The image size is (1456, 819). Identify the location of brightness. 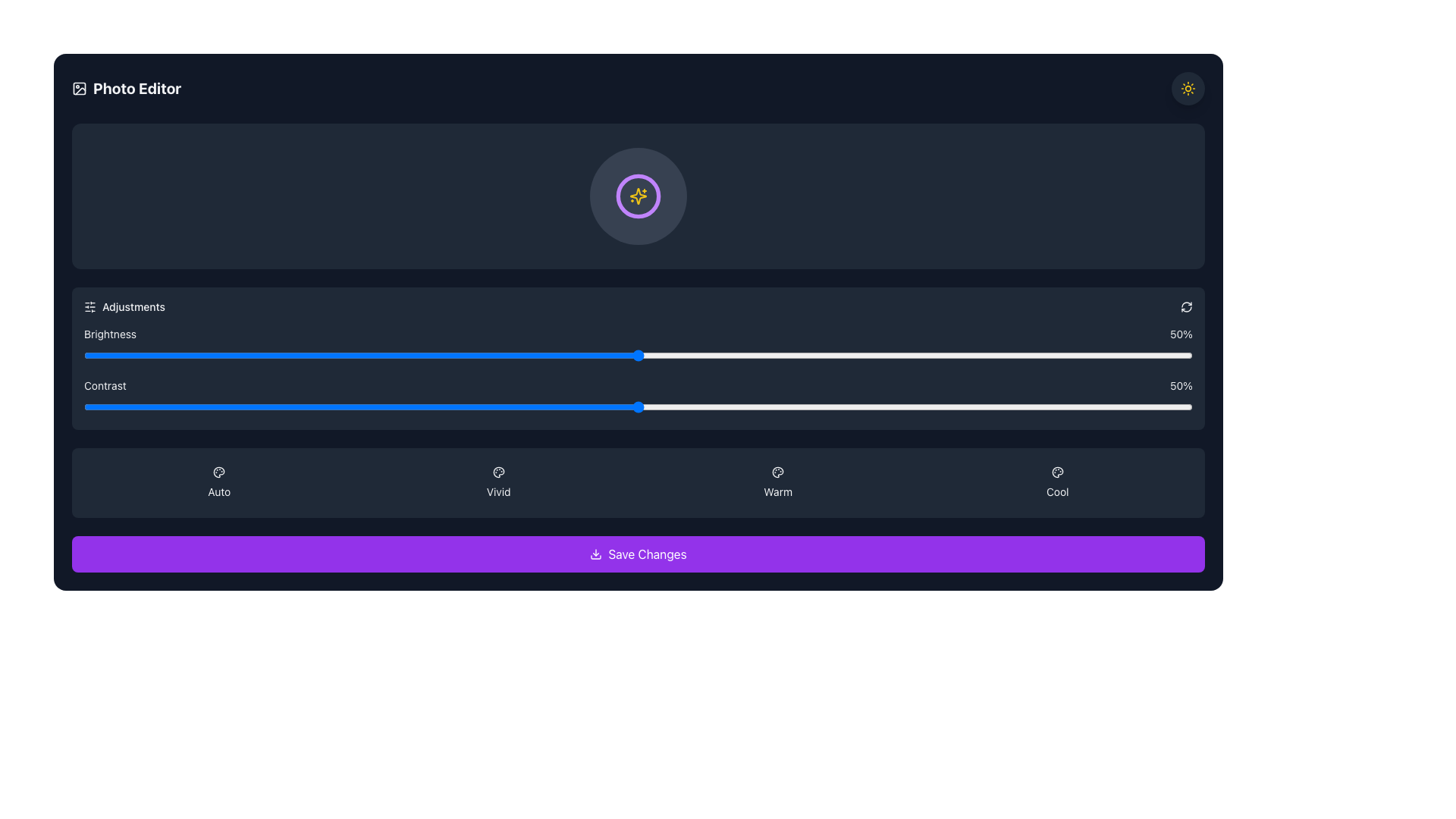
(571, 356).